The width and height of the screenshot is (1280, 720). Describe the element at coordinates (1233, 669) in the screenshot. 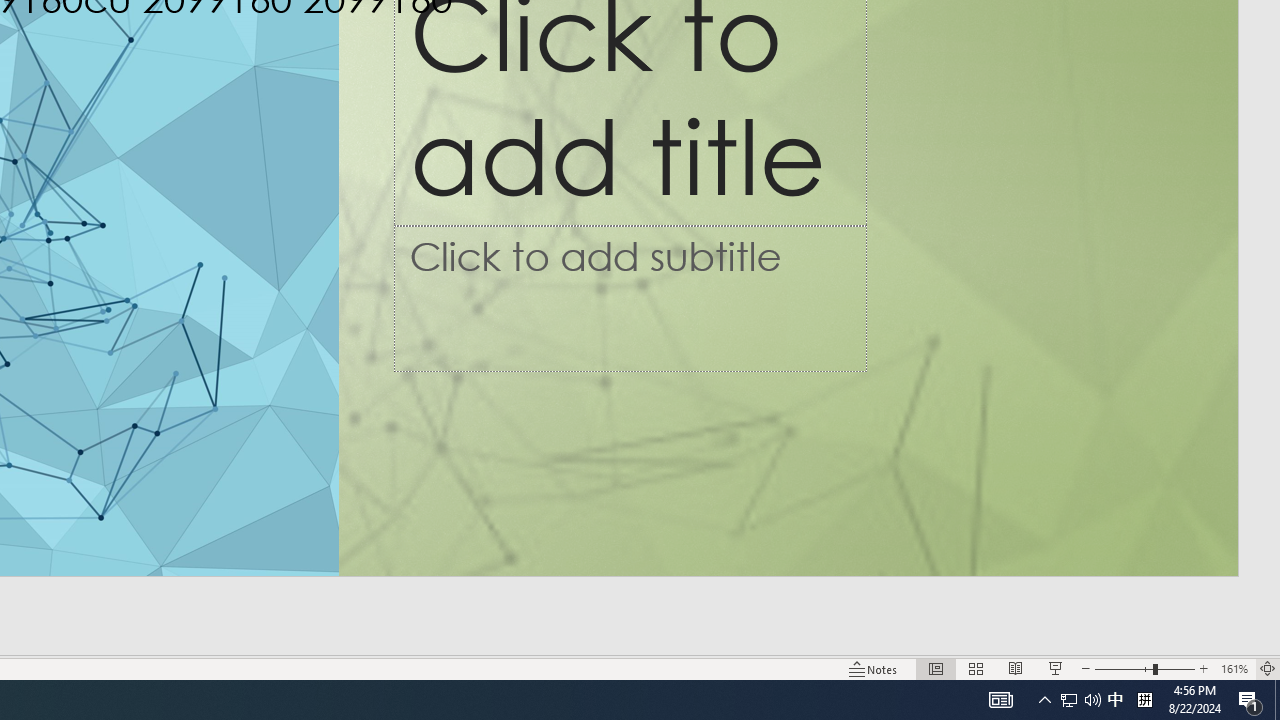

I see `'Zoom 161%'` at that location.